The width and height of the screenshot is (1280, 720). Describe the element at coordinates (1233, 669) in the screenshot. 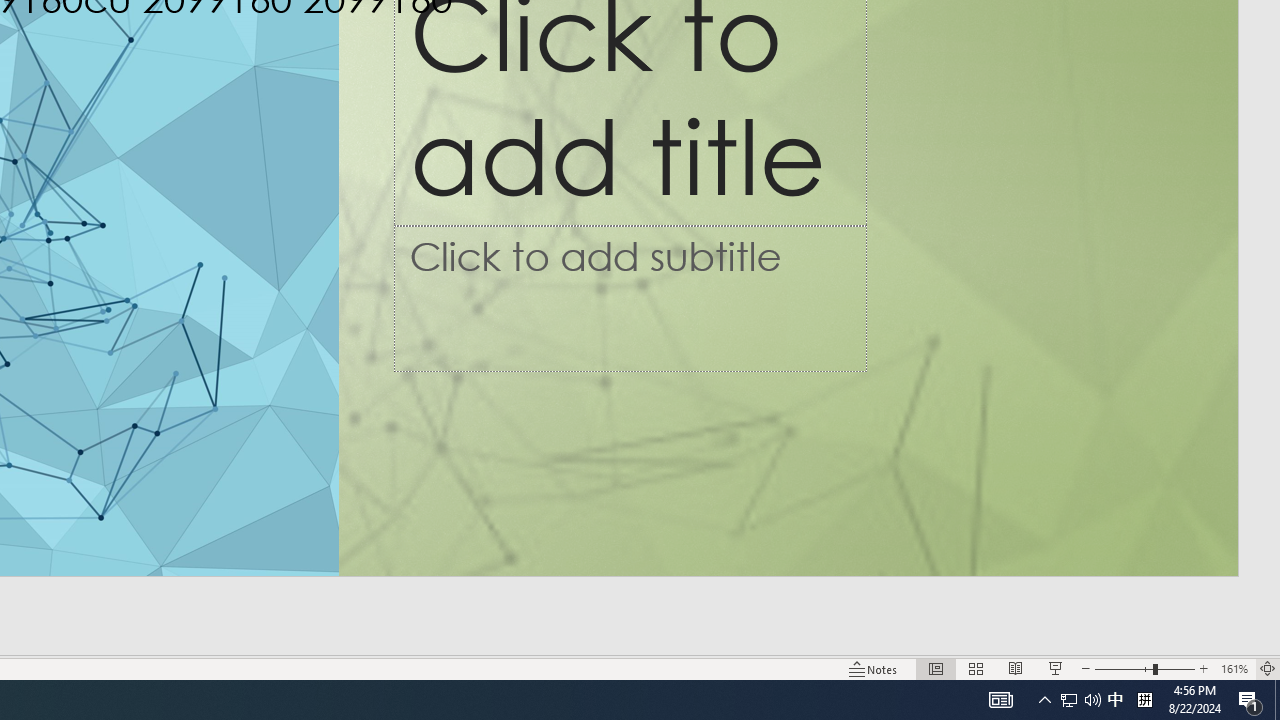

I see `'Zoom 161%'` at that location.